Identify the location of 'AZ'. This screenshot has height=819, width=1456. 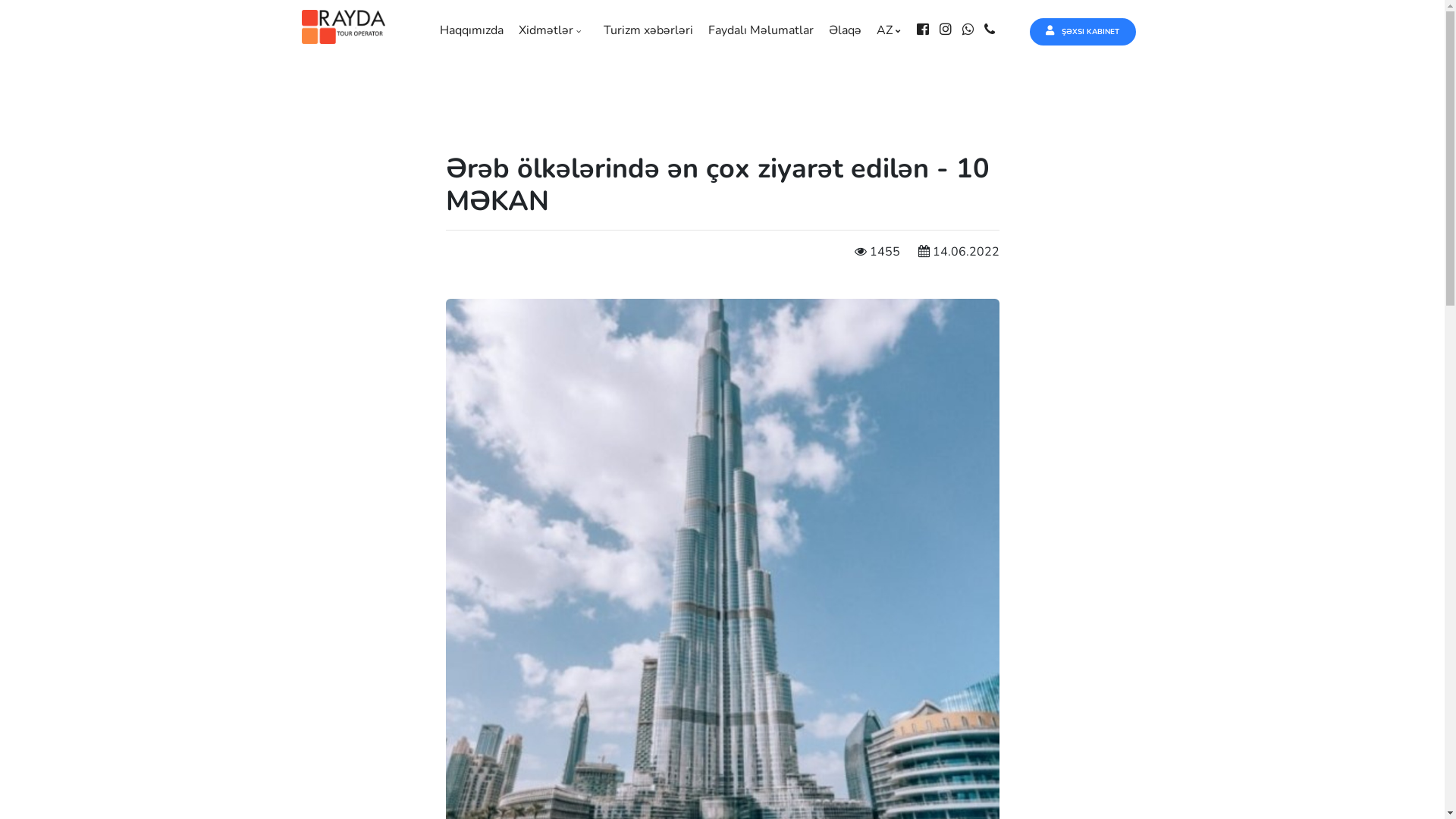
(892, 30).